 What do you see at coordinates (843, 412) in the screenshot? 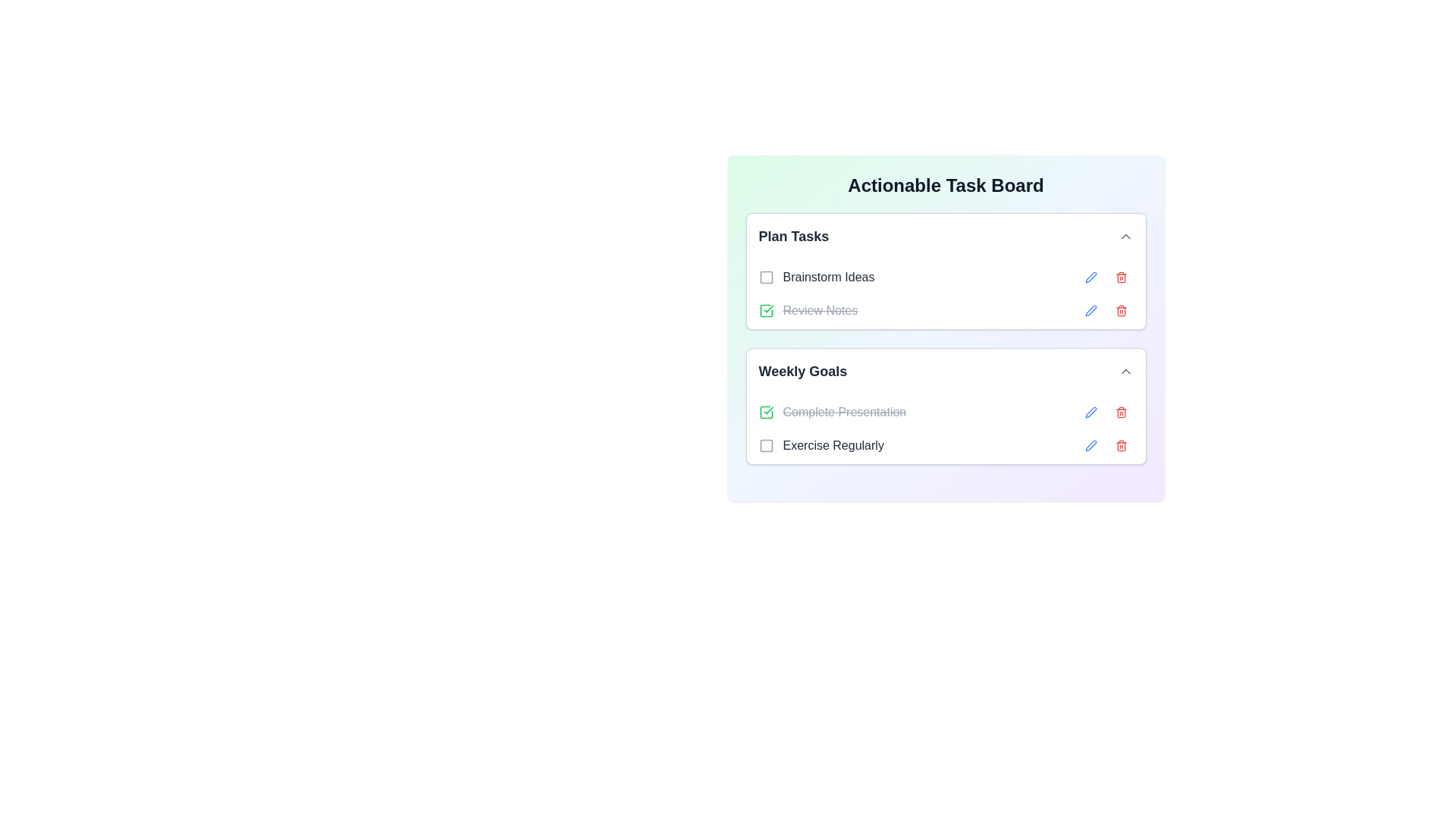
I see `the text label displaying 'Complete Presentation' in the 'Weekly Goals' section of the 'Actionable Task Board', which has a line-through style indicating completion` at bounding box center [843, 412].